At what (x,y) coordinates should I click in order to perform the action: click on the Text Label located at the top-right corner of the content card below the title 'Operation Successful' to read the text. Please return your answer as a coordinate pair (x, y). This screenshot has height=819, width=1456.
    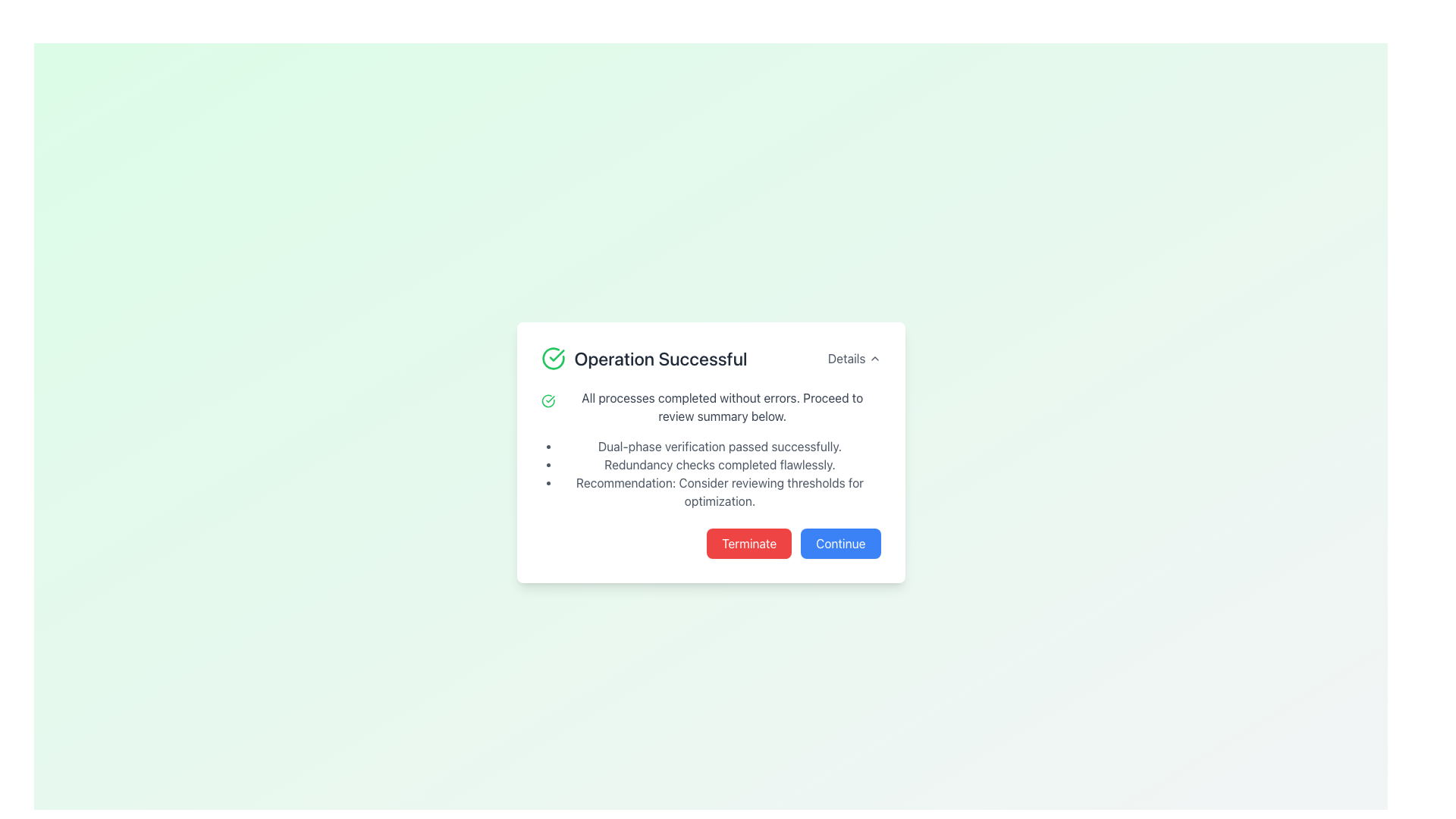
    Looking at the image, I should click on (846, 359).